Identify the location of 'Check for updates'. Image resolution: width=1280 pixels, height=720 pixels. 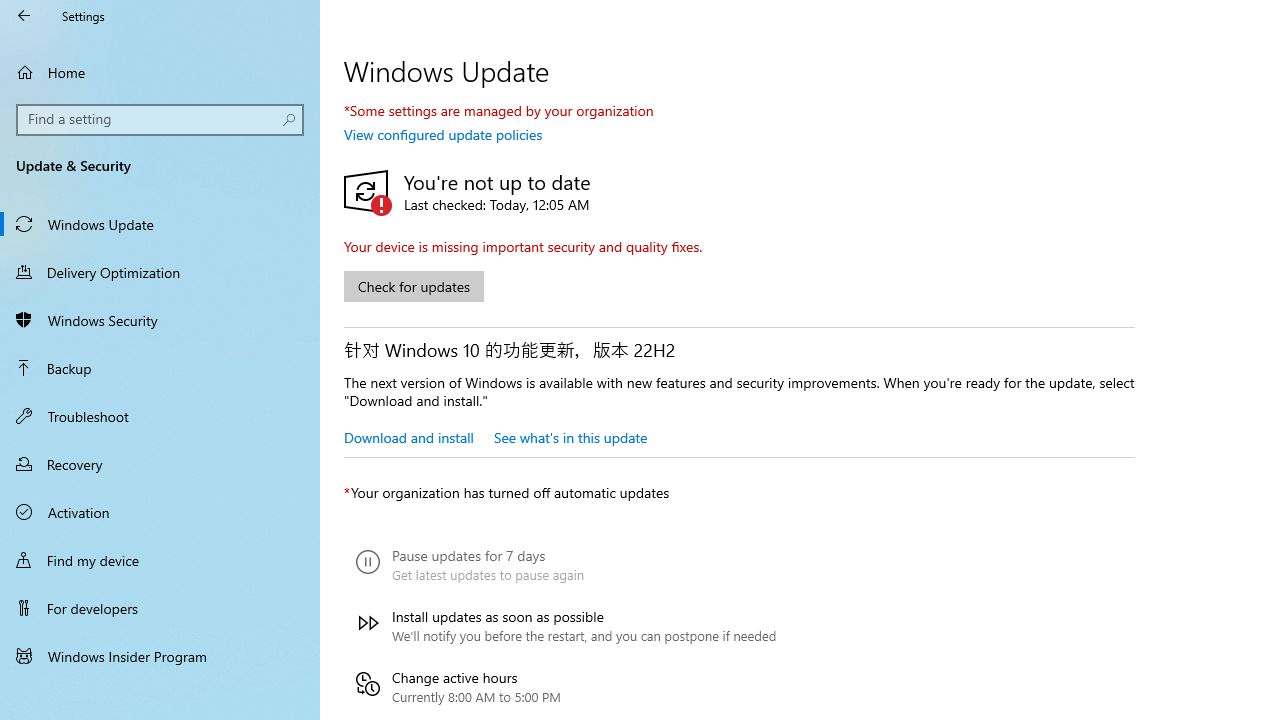
(413, 286).